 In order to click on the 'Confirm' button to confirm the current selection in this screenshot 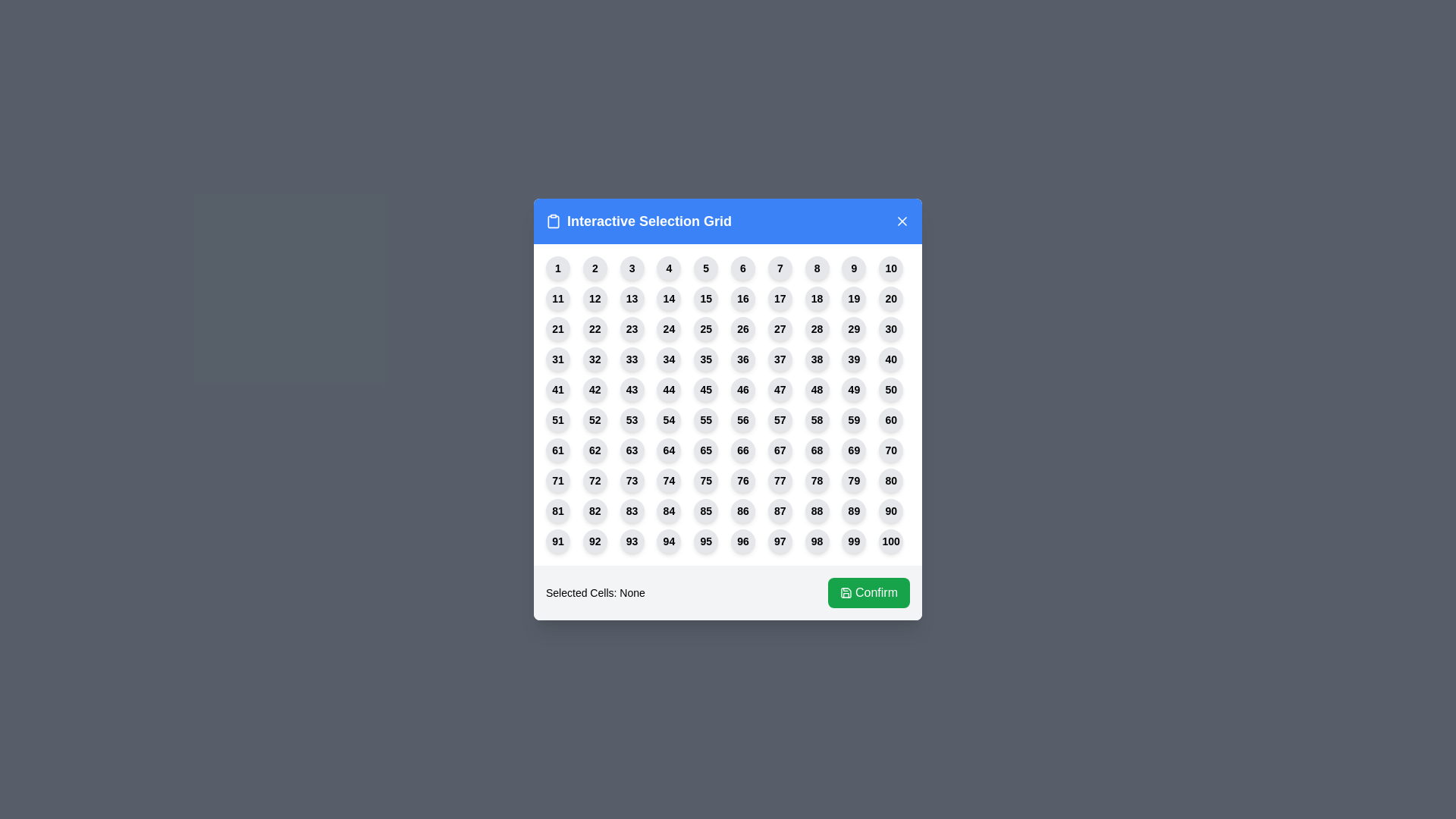, I will do `click(869, 592)`.